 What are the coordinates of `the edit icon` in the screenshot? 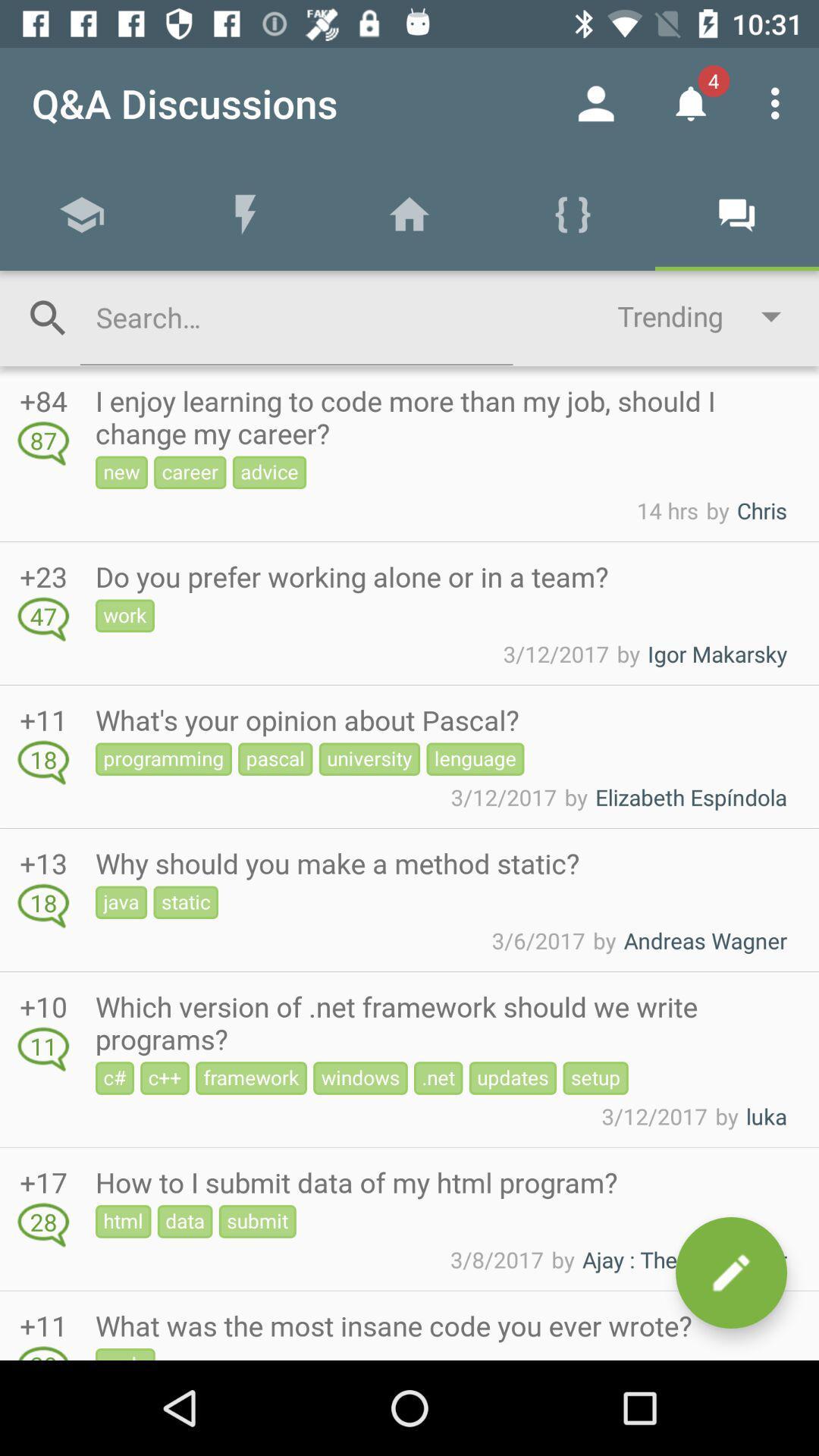 It's located at (730, 1272).